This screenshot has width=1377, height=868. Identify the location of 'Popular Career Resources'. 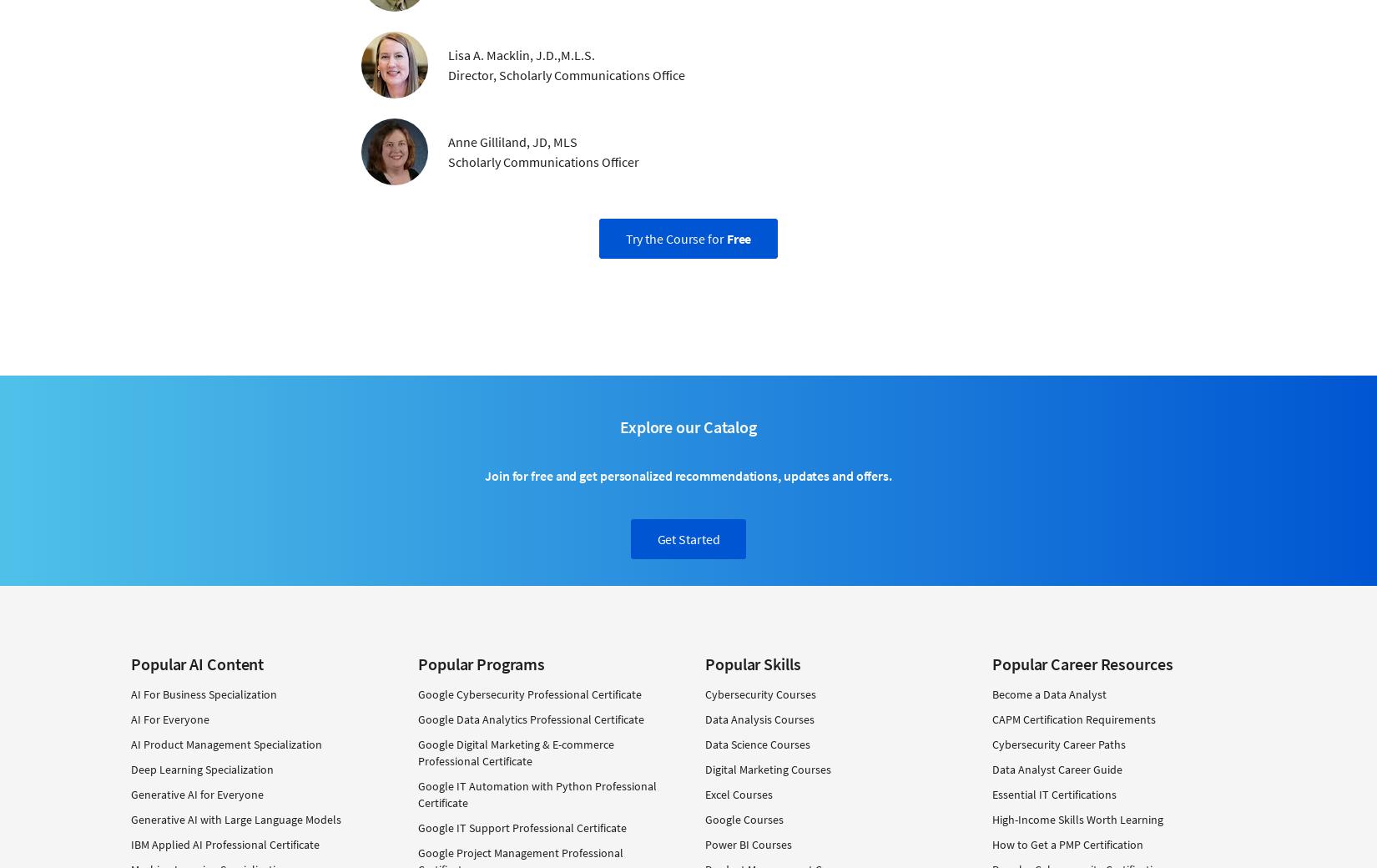
(1082, 662).